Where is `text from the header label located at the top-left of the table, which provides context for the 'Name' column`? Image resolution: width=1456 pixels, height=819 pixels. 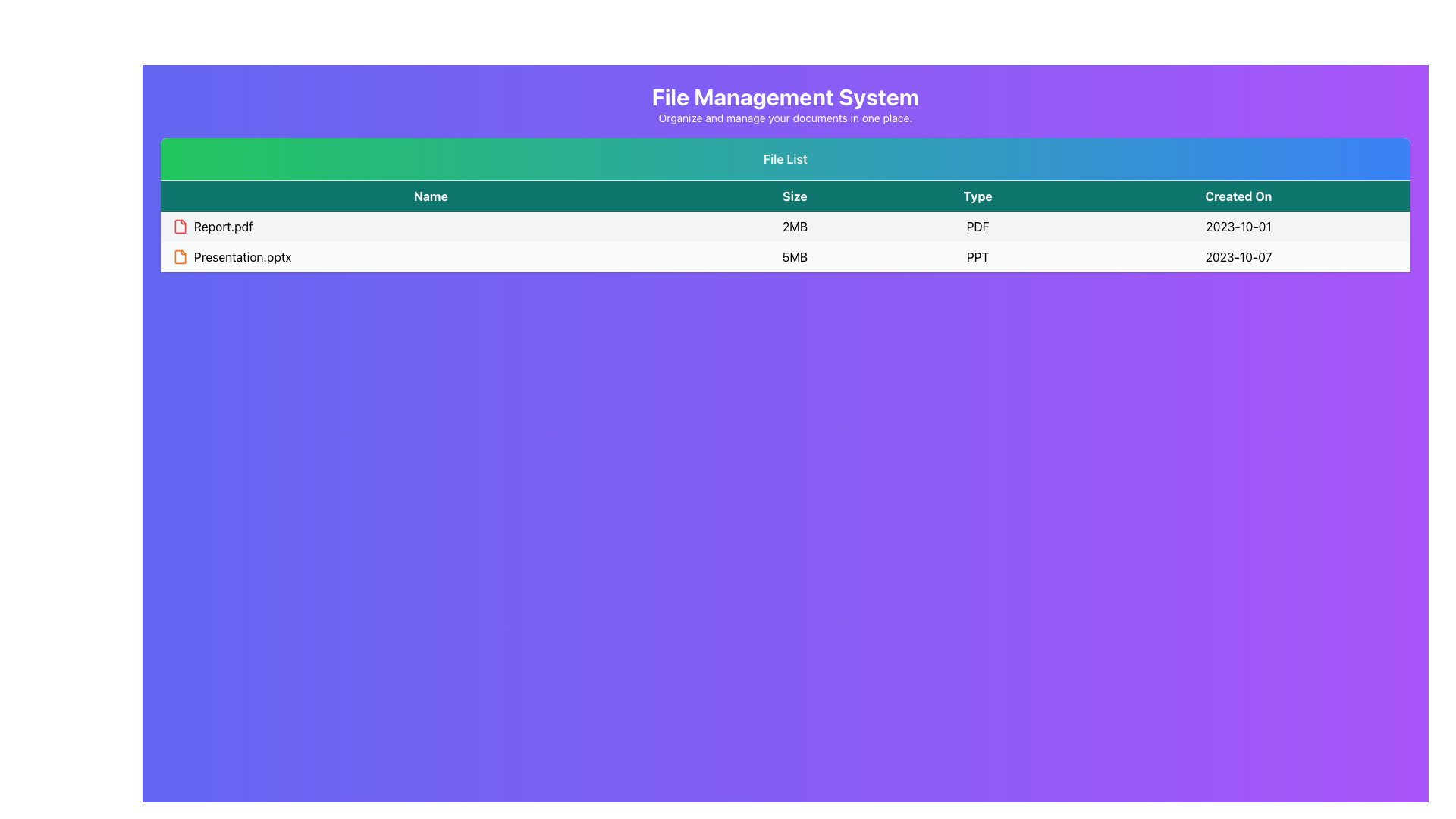
text from the header label located at the top-left of the table, which provides context for the 'Name' column is located at coordinates (430, 195).